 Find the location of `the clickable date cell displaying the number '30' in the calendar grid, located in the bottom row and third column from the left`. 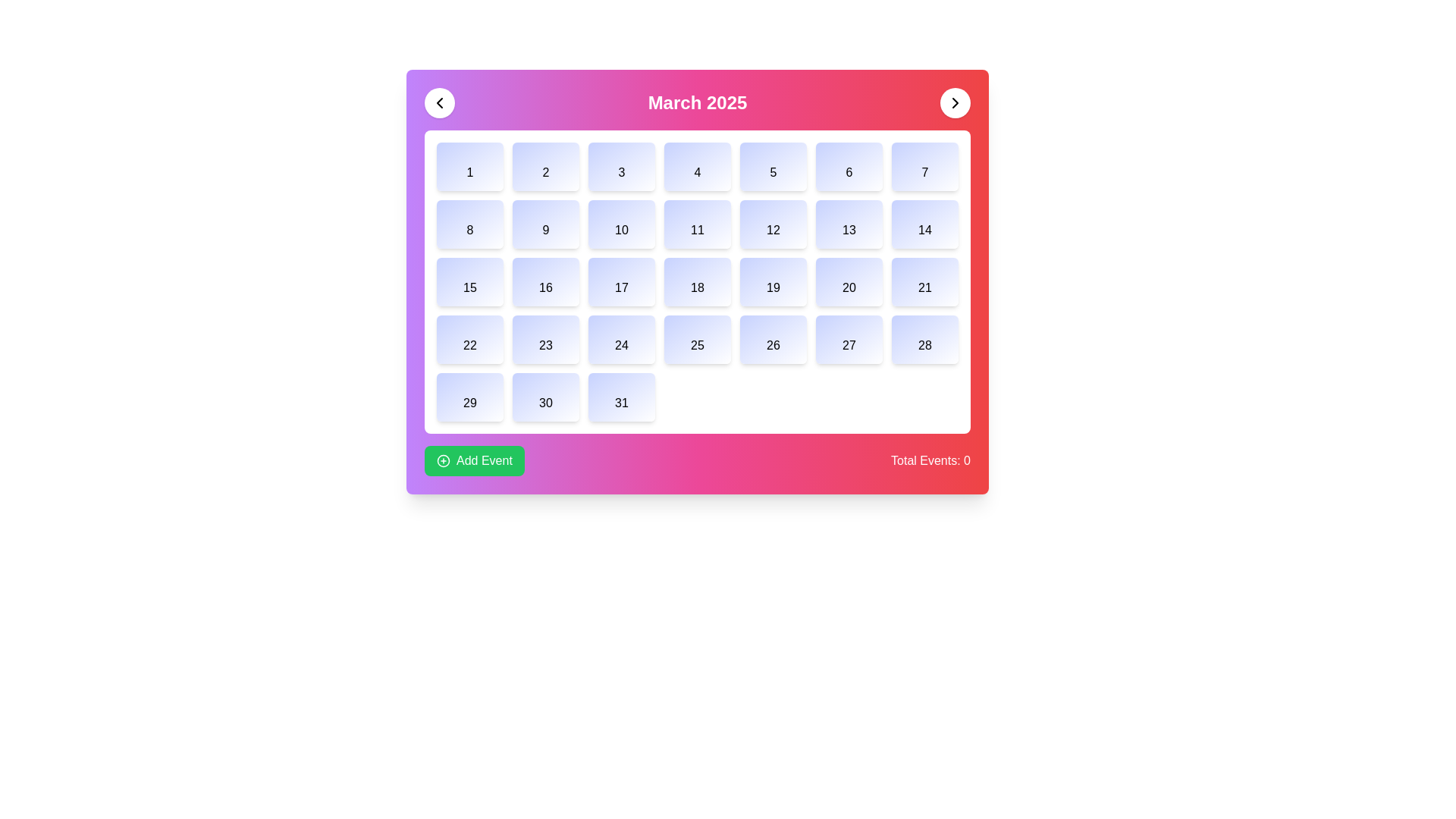

the clickable date cell displaying the number '30' in the calendar grid, located in the bottom row and third column from the left is located at coordinates (546, 397).